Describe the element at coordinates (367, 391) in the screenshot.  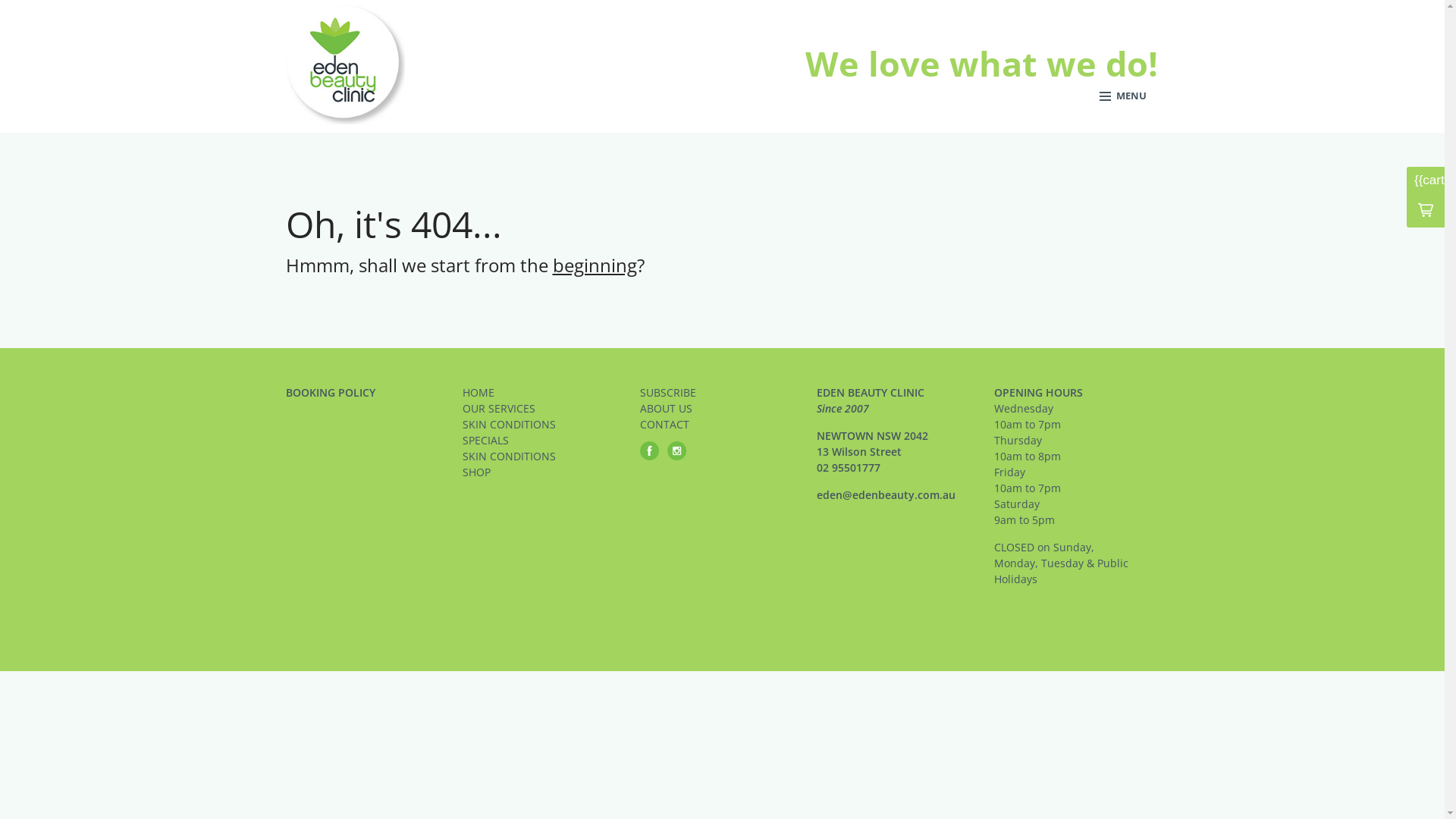
I see `'BOOKING POLICY'` at that location.